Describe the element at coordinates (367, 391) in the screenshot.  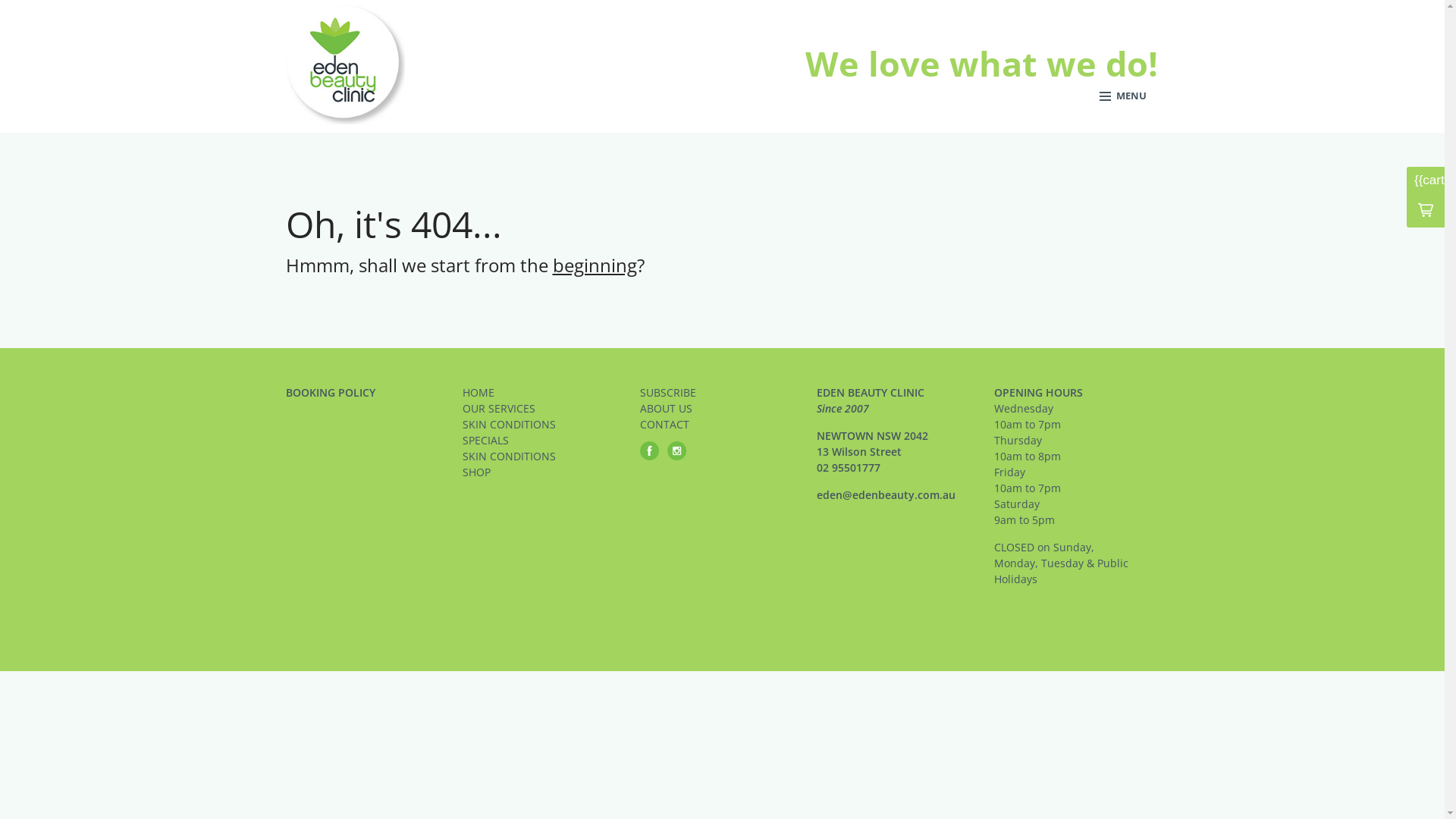
I see `'BOOKING POLICY'` at that location.